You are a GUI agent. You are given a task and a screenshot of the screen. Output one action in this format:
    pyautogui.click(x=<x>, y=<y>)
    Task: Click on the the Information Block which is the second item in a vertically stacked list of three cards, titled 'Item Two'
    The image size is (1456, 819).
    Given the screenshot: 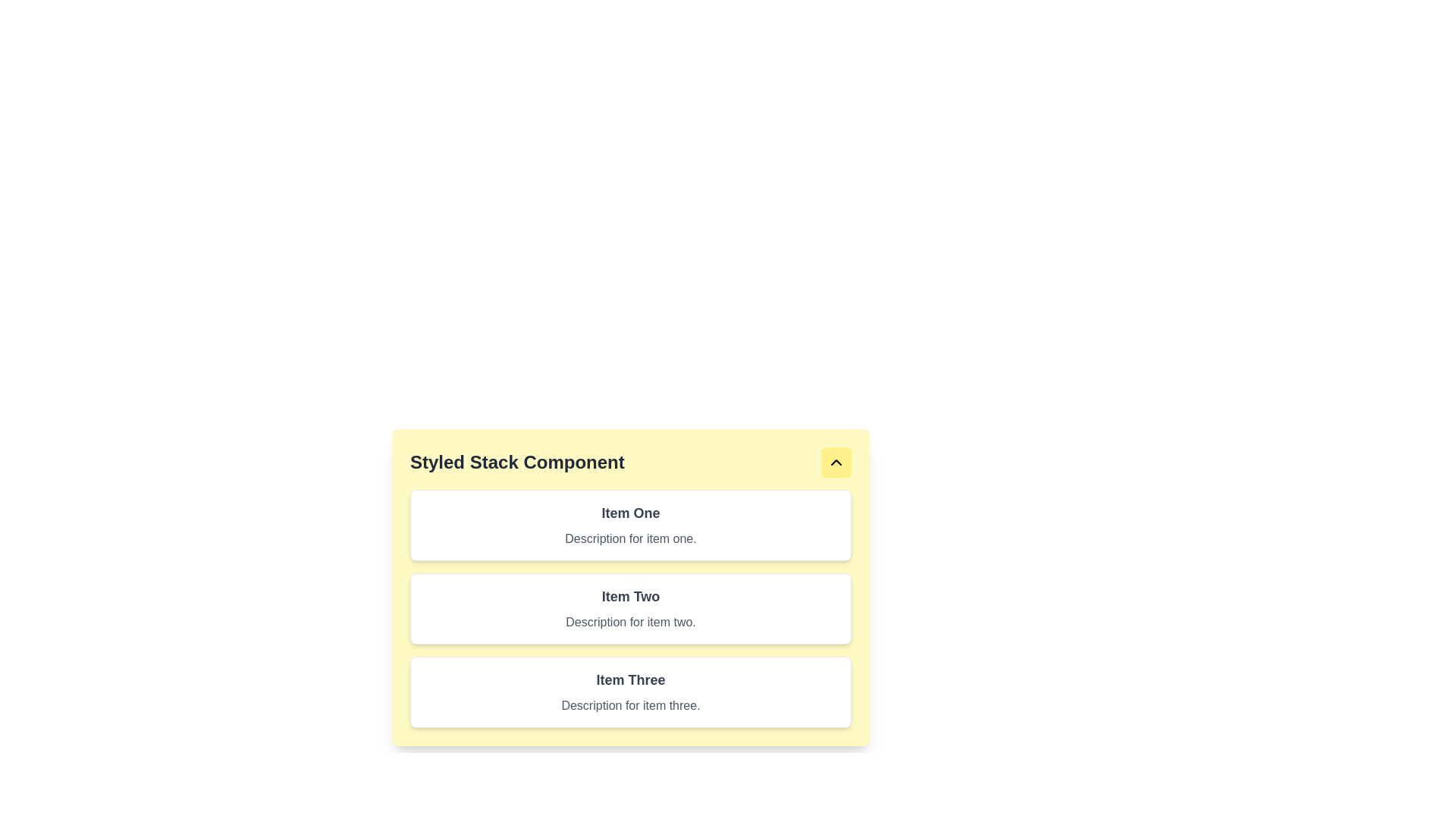 What is the action you would take?
    pyautogui.click(x=630, y=607)
    